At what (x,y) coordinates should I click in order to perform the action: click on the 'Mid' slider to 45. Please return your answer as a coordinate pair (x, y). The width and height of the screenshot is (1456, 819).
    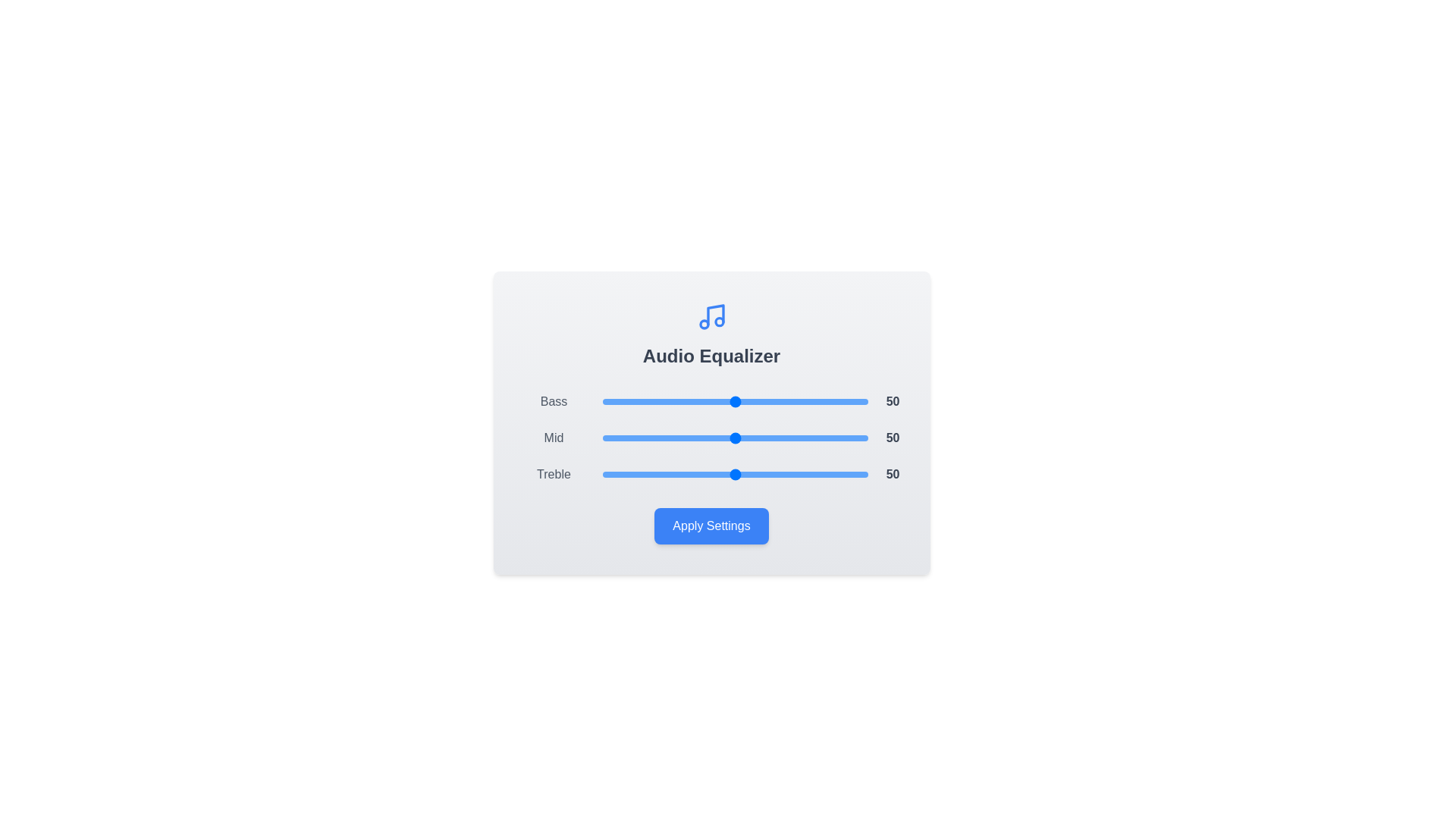
    Looking at the image, I should click on (721, 438).